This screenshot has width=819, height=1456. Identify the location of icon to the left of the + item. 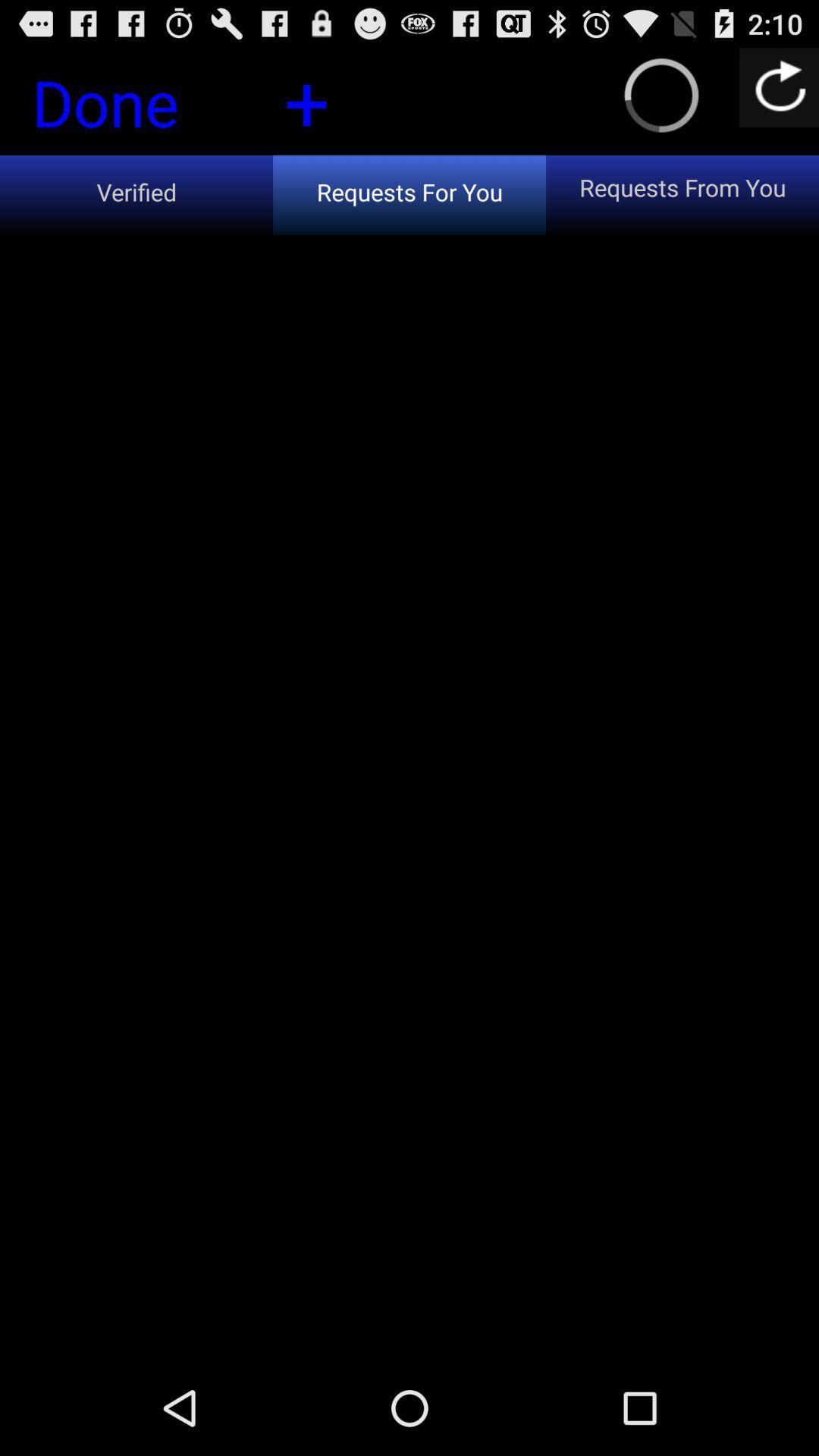
(130, 106).